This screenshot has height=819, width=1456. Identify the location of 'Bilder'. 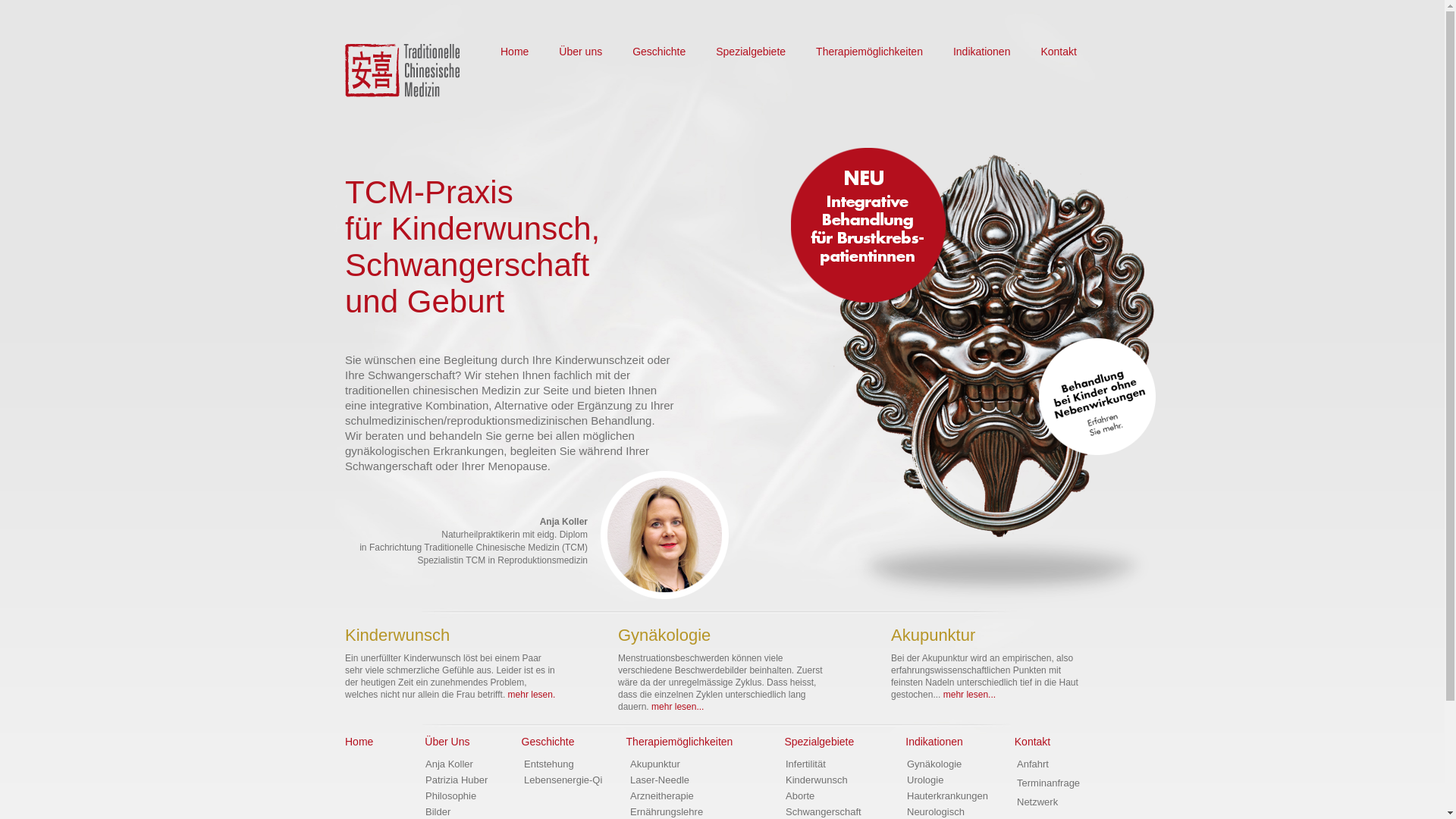
(425, 811).